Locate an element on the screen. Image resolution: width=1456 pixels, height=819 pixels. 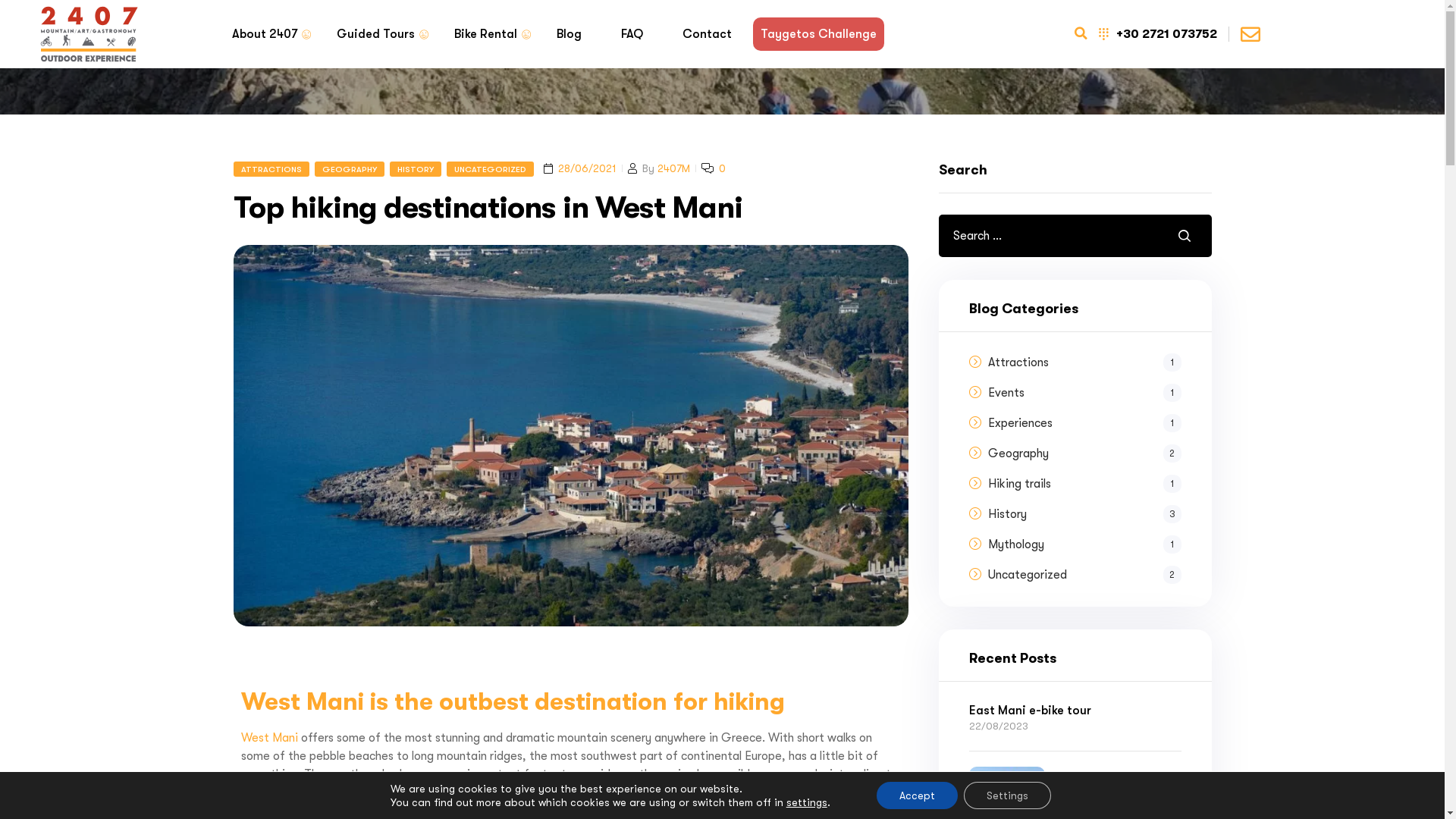
'Contact' is located at coordinates (706, 34).